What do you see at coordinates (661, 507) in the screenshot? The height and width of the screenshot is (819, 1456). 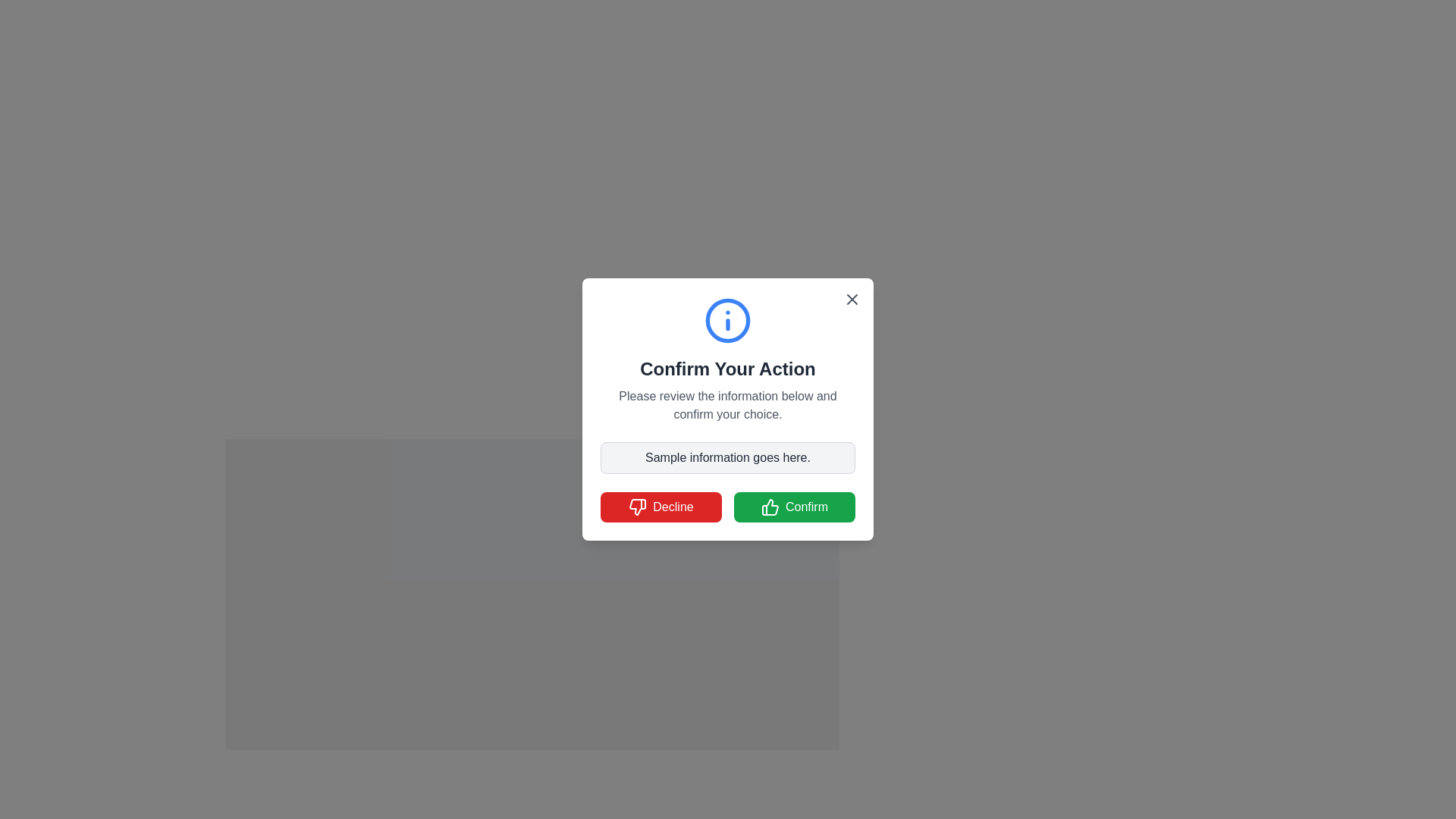 I see `the 'Decline' button located in the lower-left area of the modal dialog` at bounding box center [661, 507].